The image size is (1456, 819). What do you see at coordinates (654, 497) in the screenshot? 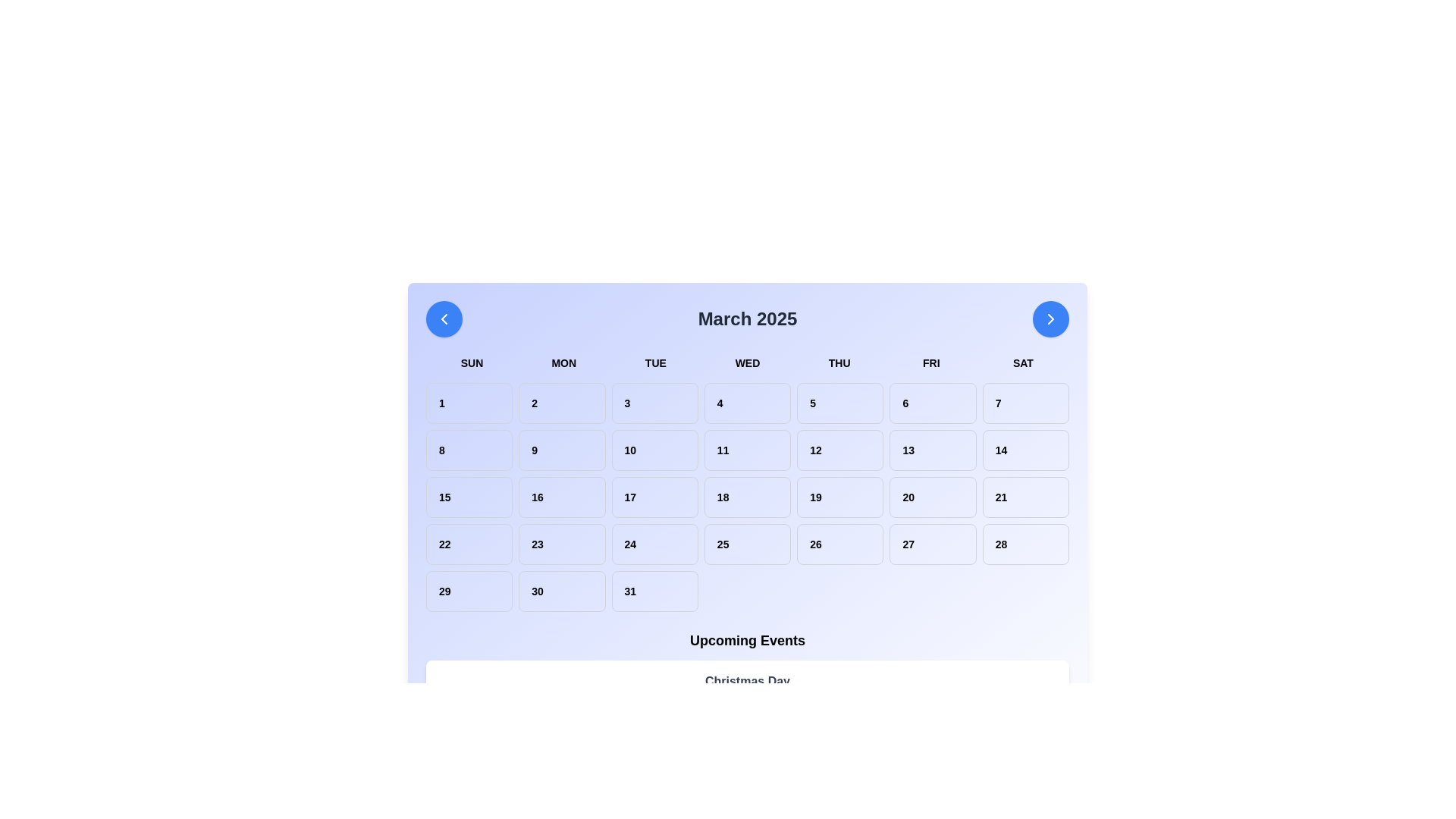
I see `the text label displaying the number '17' within the button in the 'Tuesday' column of the calendar grid for accessibility interaction` at bounding box center [654, 497].